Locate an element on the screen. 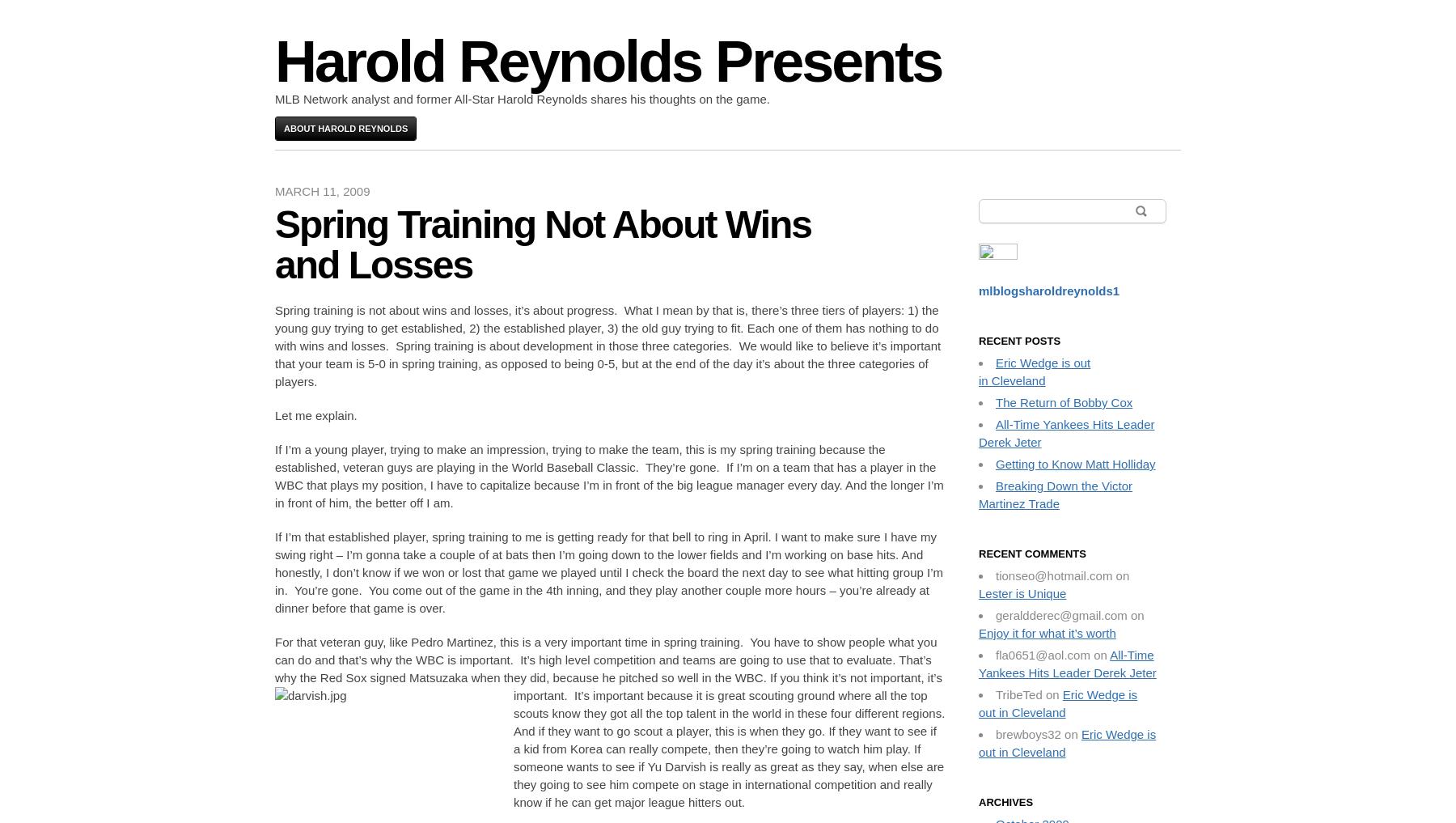 The height and width of the screenshot is (823, 1456). 'Breaking Down the Victor Martinez Trade' is located at coordinates (1055, 494).